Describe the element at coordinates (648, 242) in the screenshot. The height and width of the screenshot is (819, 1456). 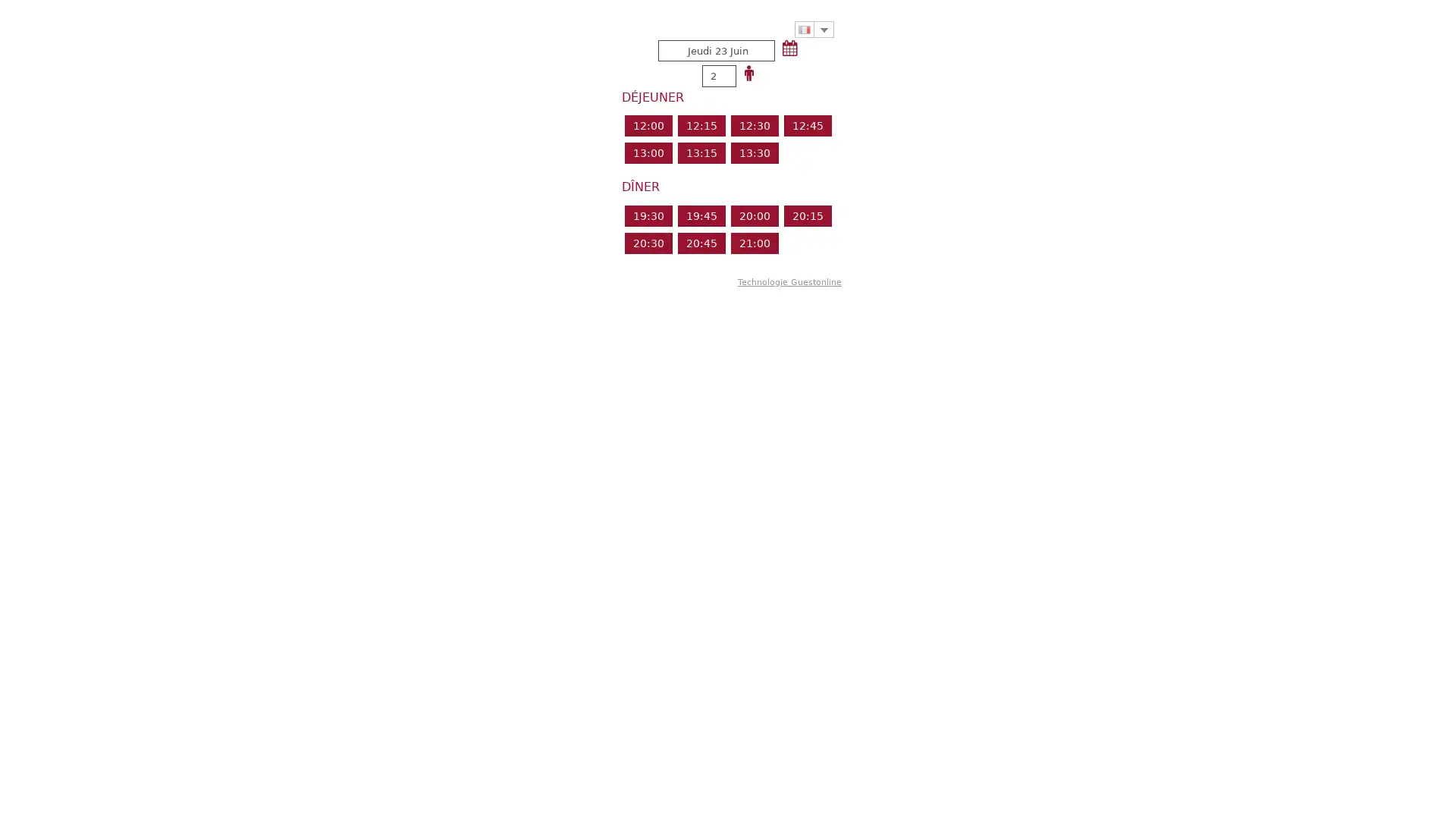
I see `20:30` at that location.